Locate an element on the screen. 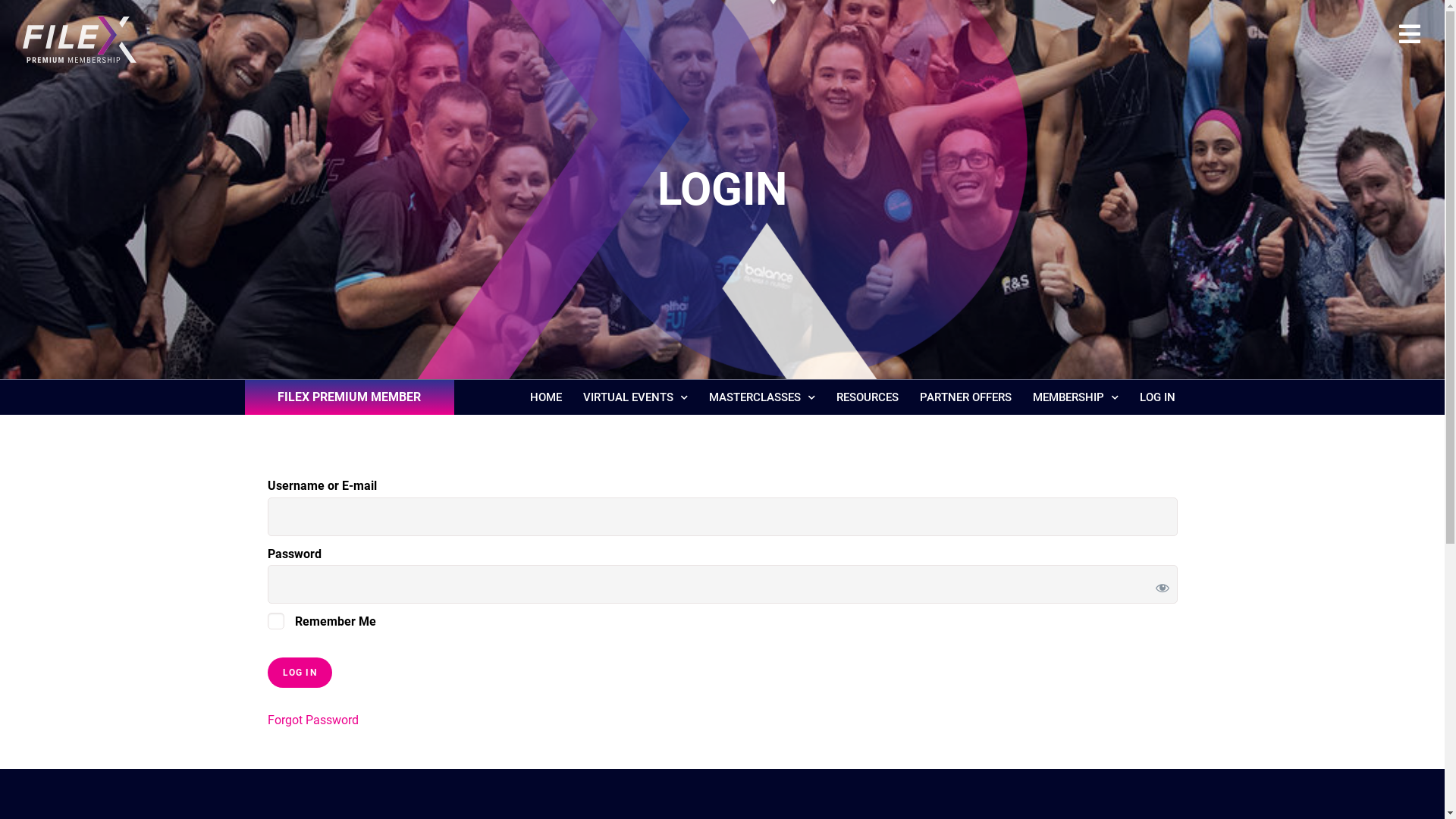  'MASTERCLASSES' is located at coordinates (698, 397).